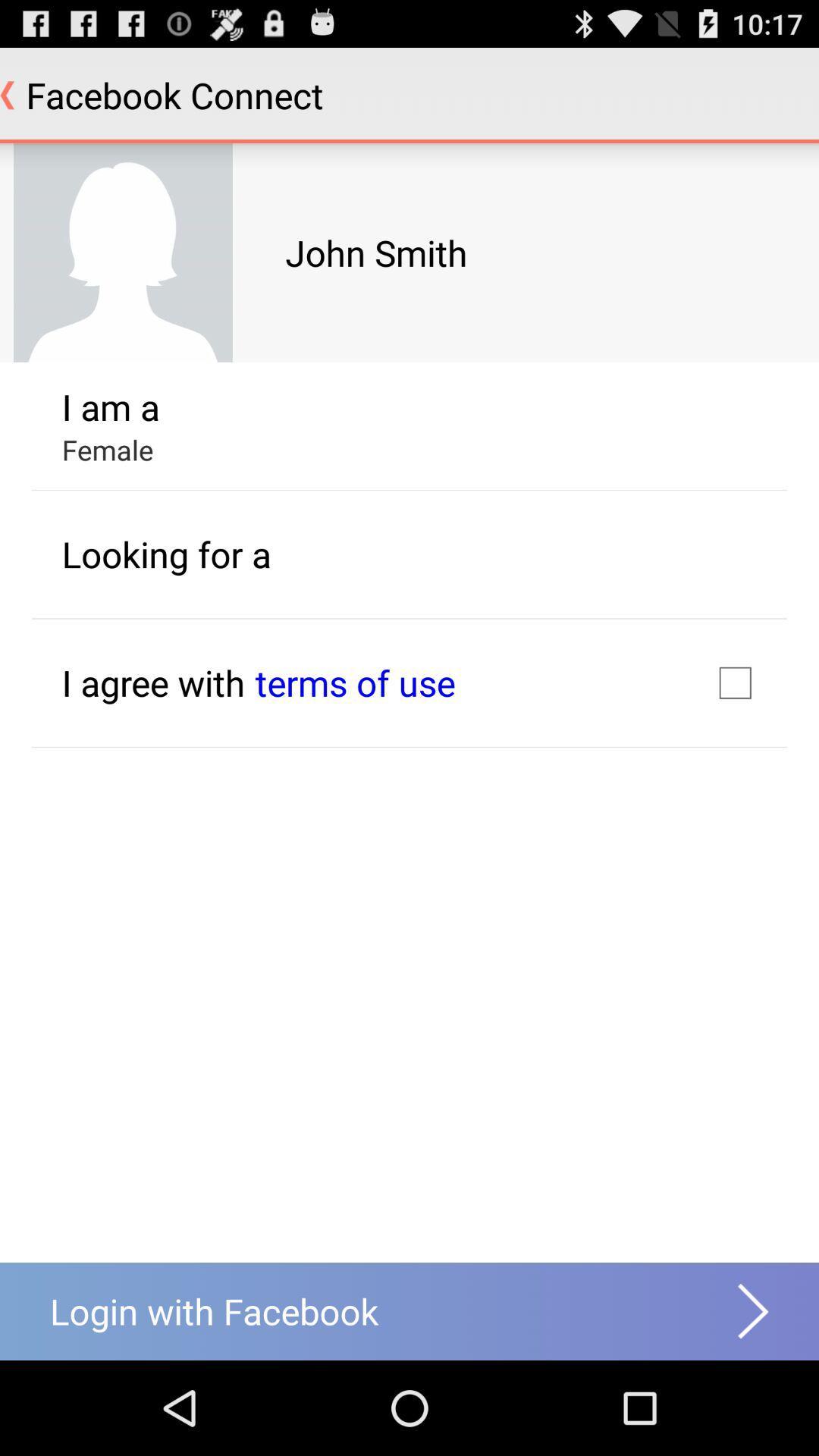  What do you see at coordinates (110, 406) in the screenshot?
I see `item above female icon` at bounding box center [110, 406].